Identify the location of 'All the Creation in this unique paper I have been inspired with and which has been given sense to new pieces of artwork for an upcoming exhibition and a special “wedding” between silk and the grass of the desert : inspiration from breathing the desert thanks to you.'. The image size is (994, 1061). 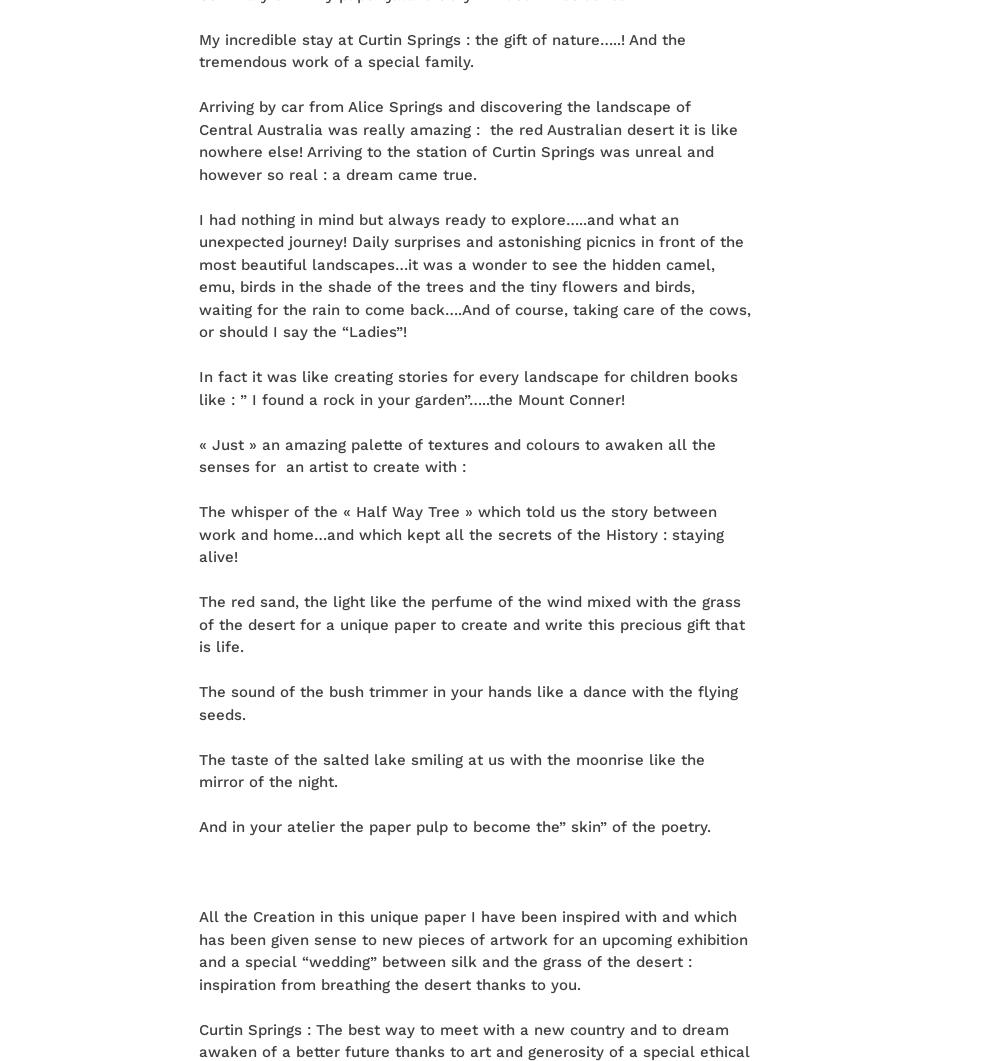
(472, 949).